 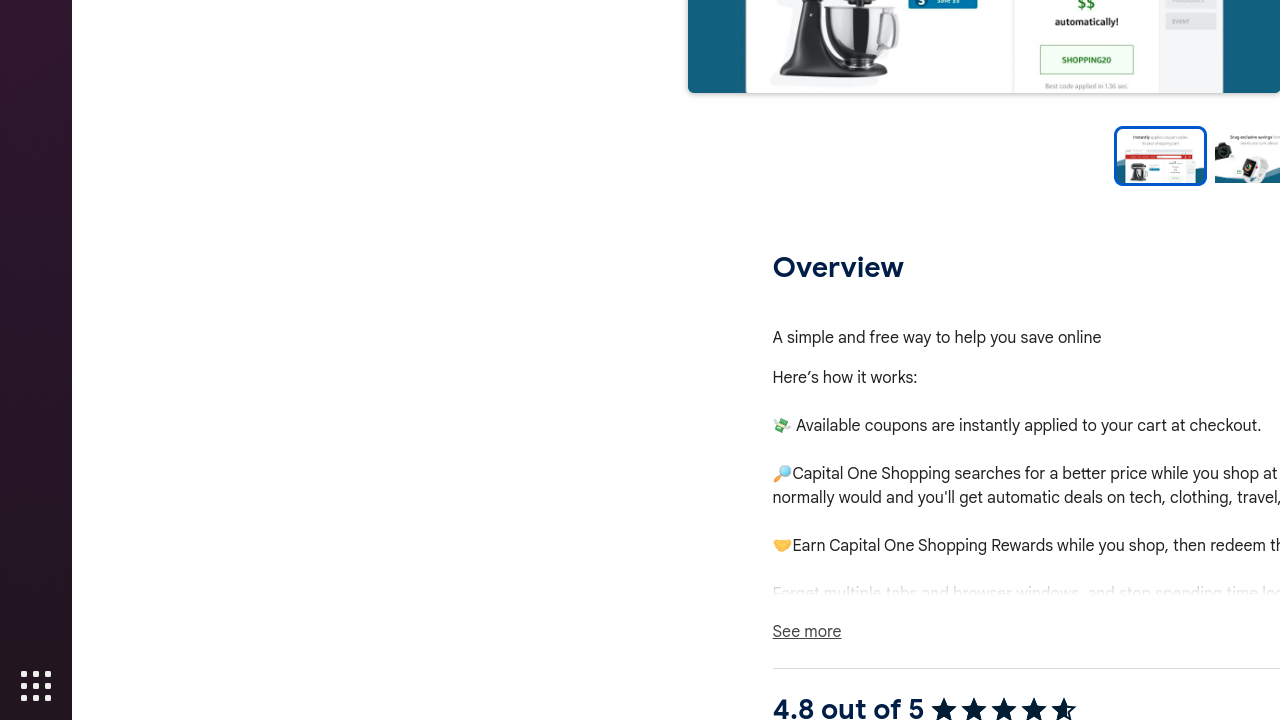 What do you see at coordinates (35, 685) in the screenshot?
I see `'Show Applications'` at bounding box center [35, 685].